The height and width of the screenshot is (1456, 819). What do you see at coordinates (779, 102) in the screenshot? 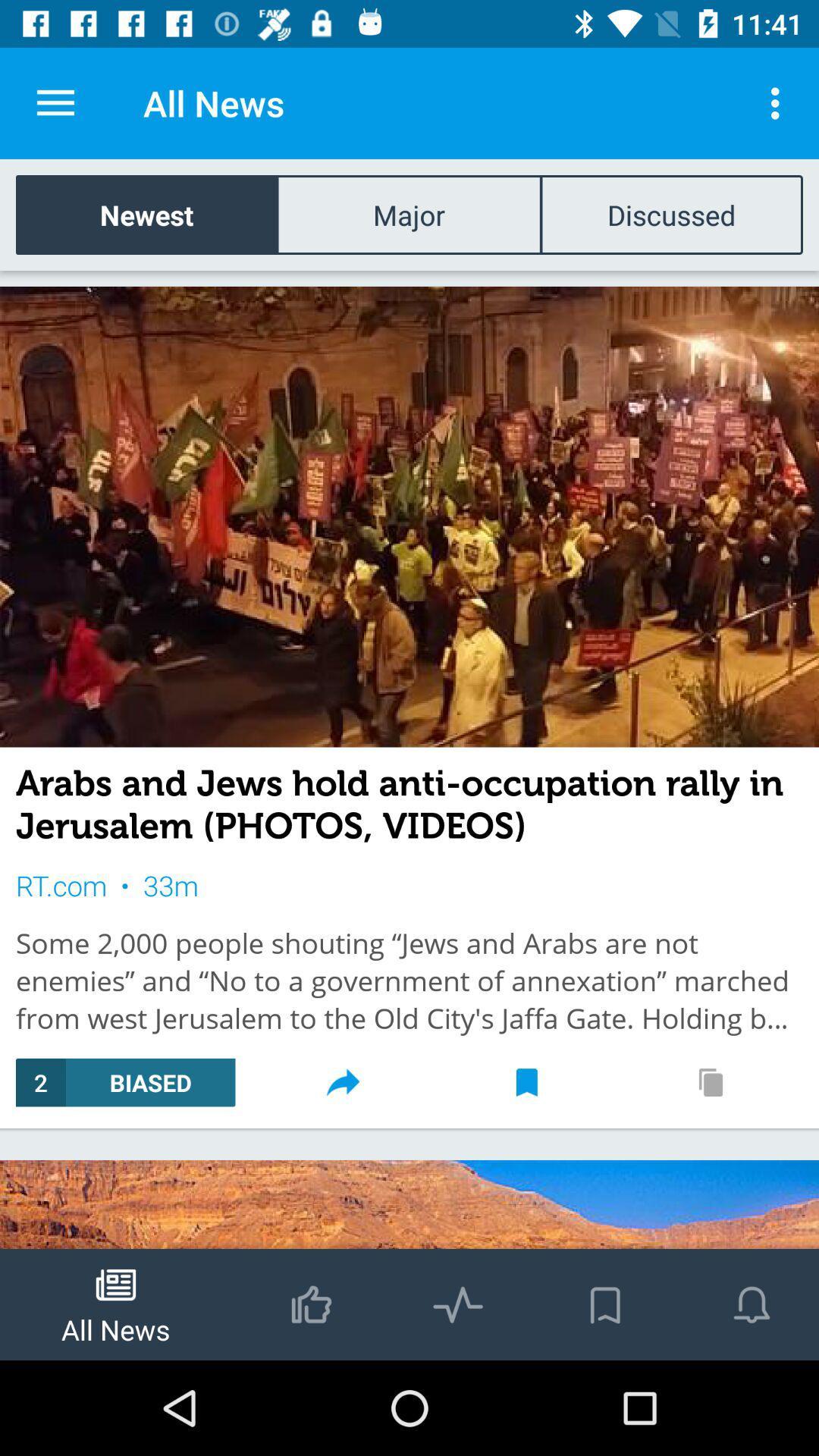
I see `icon above the discussed item` at bounding box center [779, 102].